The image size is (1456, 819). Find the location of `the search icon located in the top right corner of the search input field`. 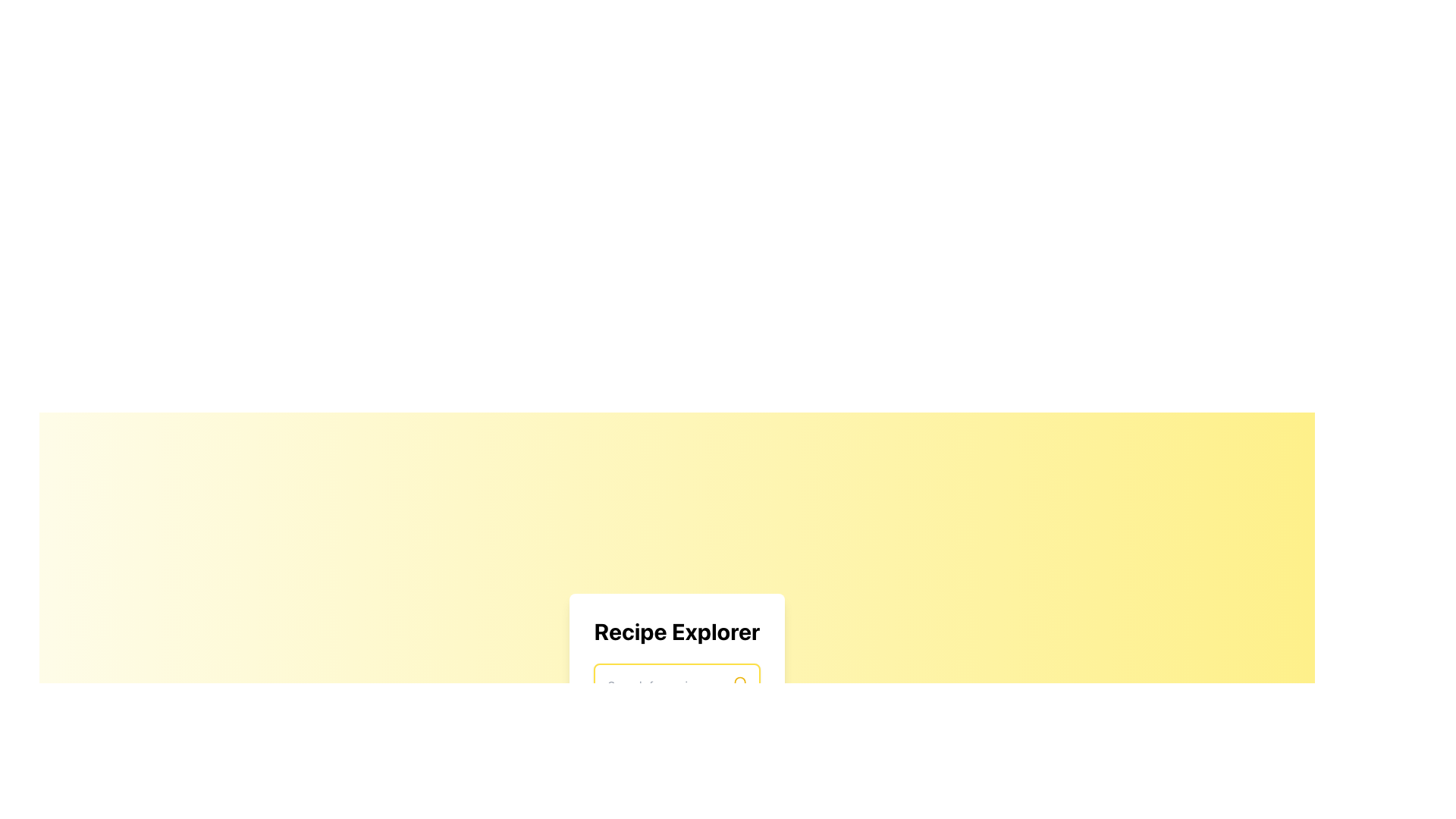

the search icon located in the top right corner of the search input field is located at coordinates (740, 682).